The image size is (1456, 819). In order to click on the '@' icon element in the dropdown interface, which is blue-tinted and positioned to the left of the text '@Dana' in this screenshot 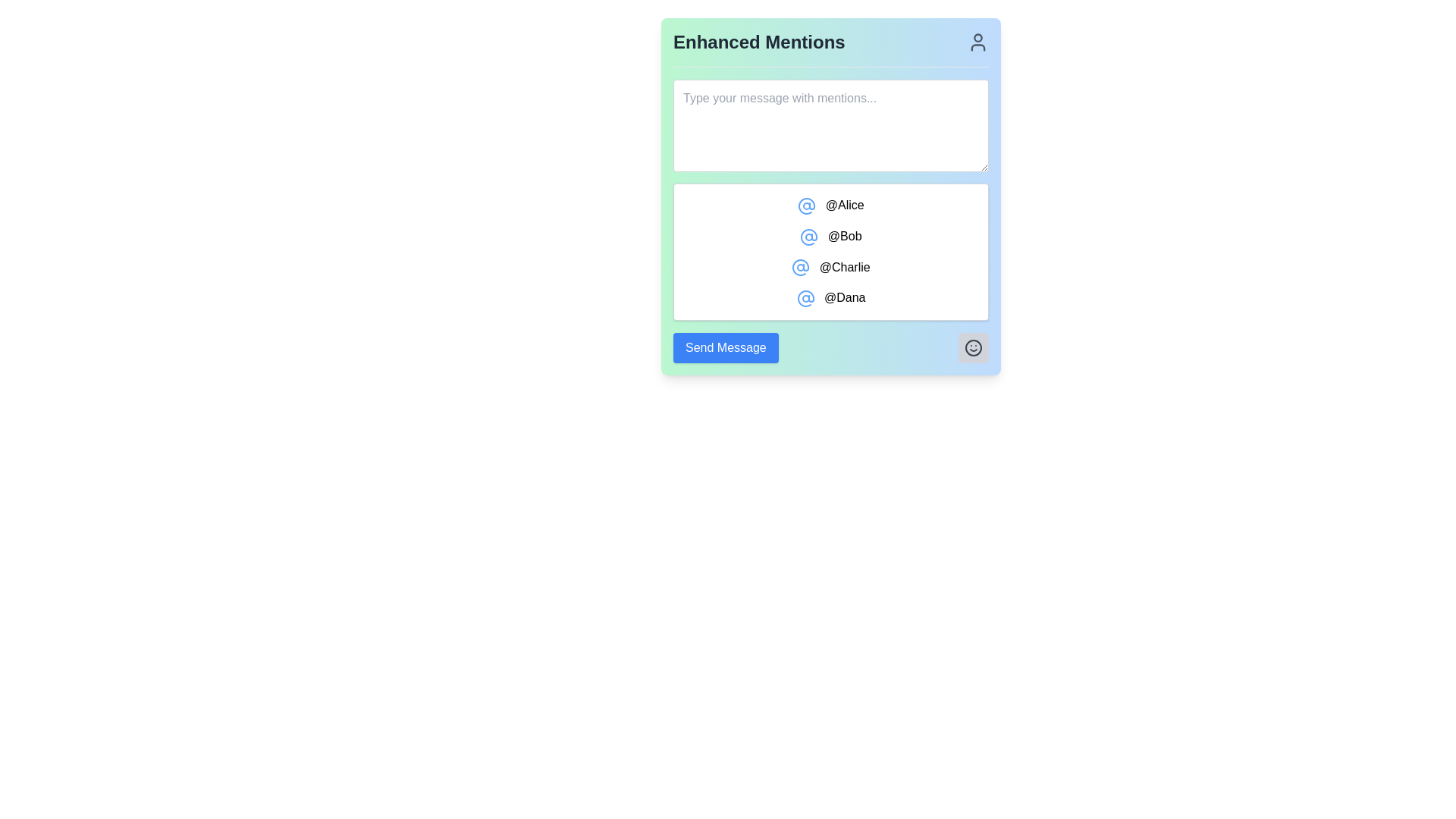, I will do `click(805, 299)`.